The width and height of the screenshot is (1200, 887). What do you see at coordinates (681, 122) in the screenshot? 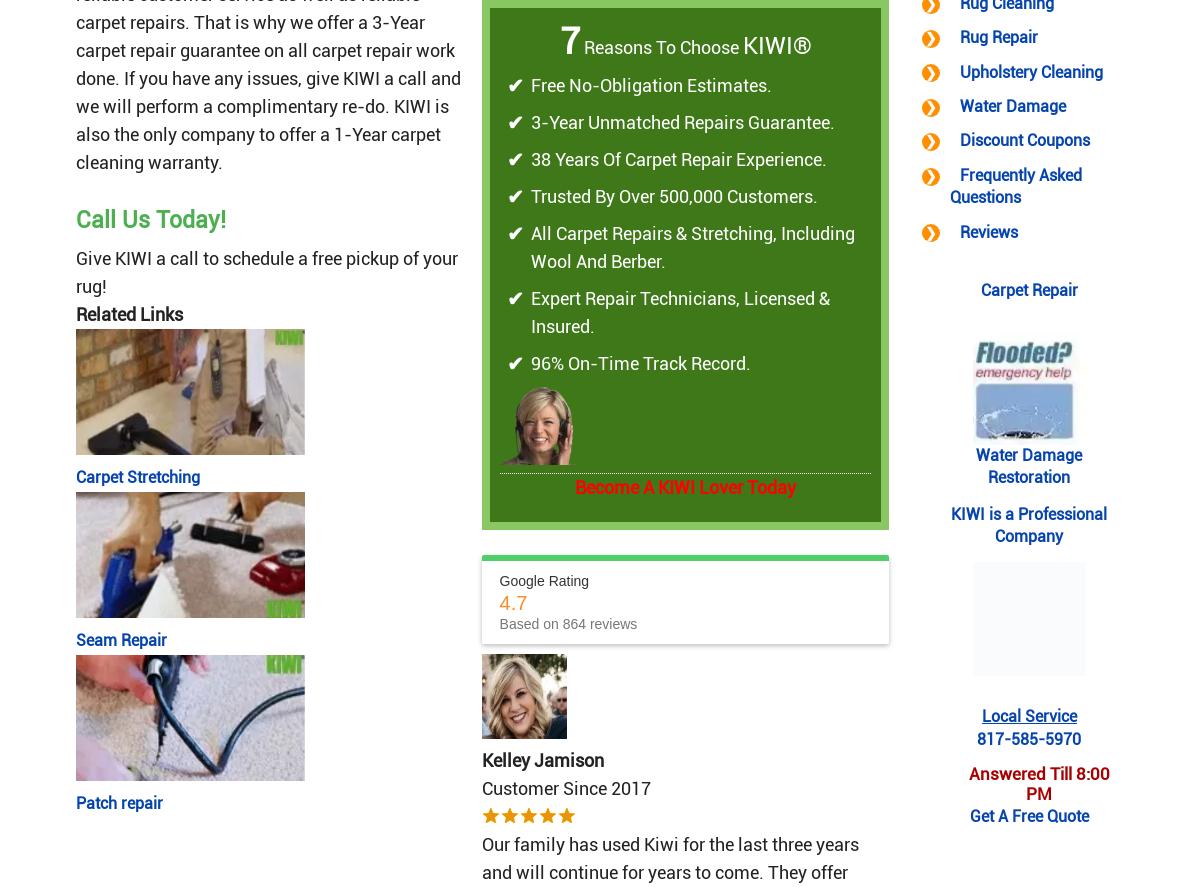
I see `'3-Year Unmatched Repairs Guarantee.'` at bounding box center [681, 122].